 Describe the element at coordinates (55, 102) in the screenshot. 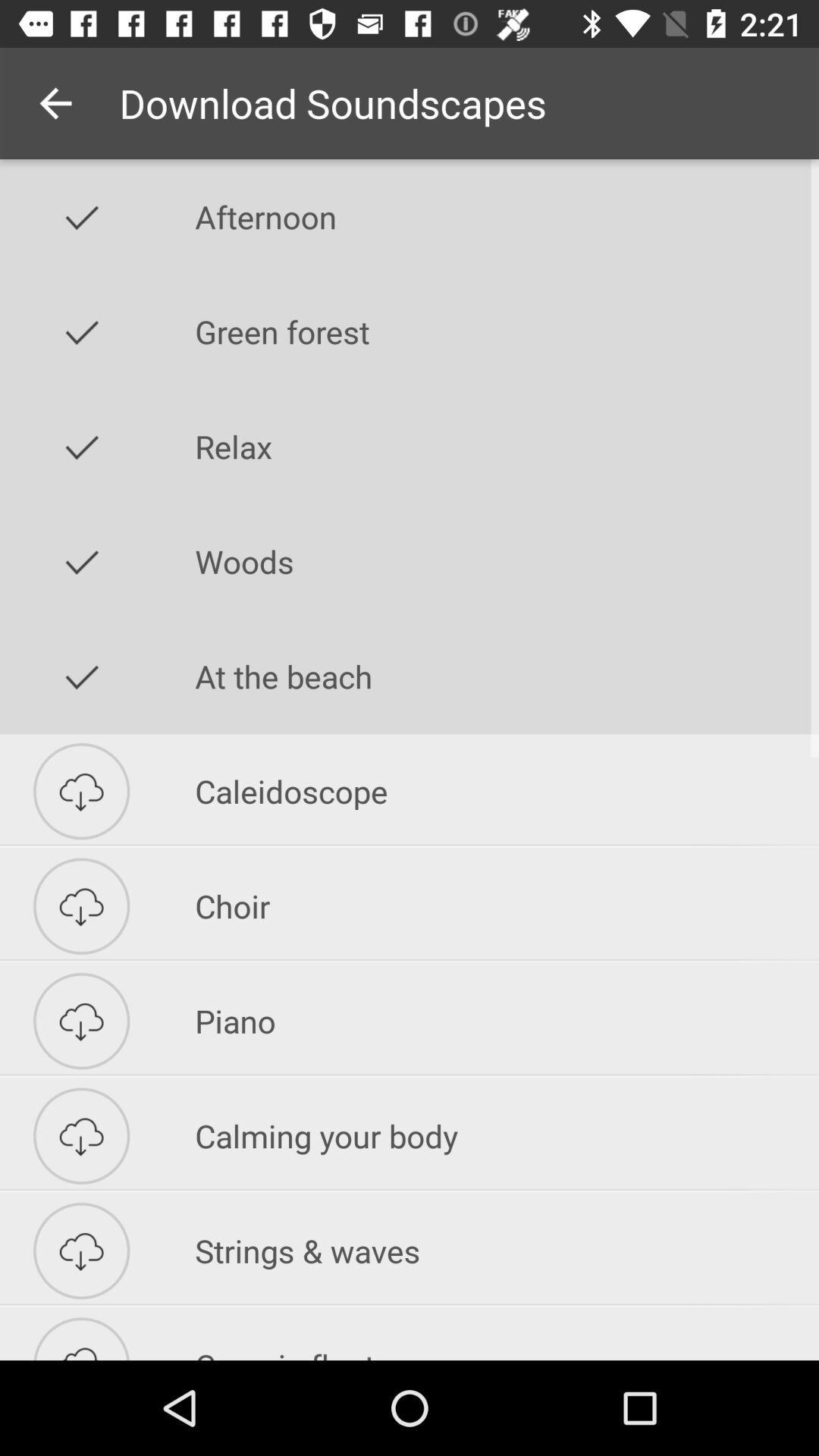

I see `app next to download soundscapes` at that location.